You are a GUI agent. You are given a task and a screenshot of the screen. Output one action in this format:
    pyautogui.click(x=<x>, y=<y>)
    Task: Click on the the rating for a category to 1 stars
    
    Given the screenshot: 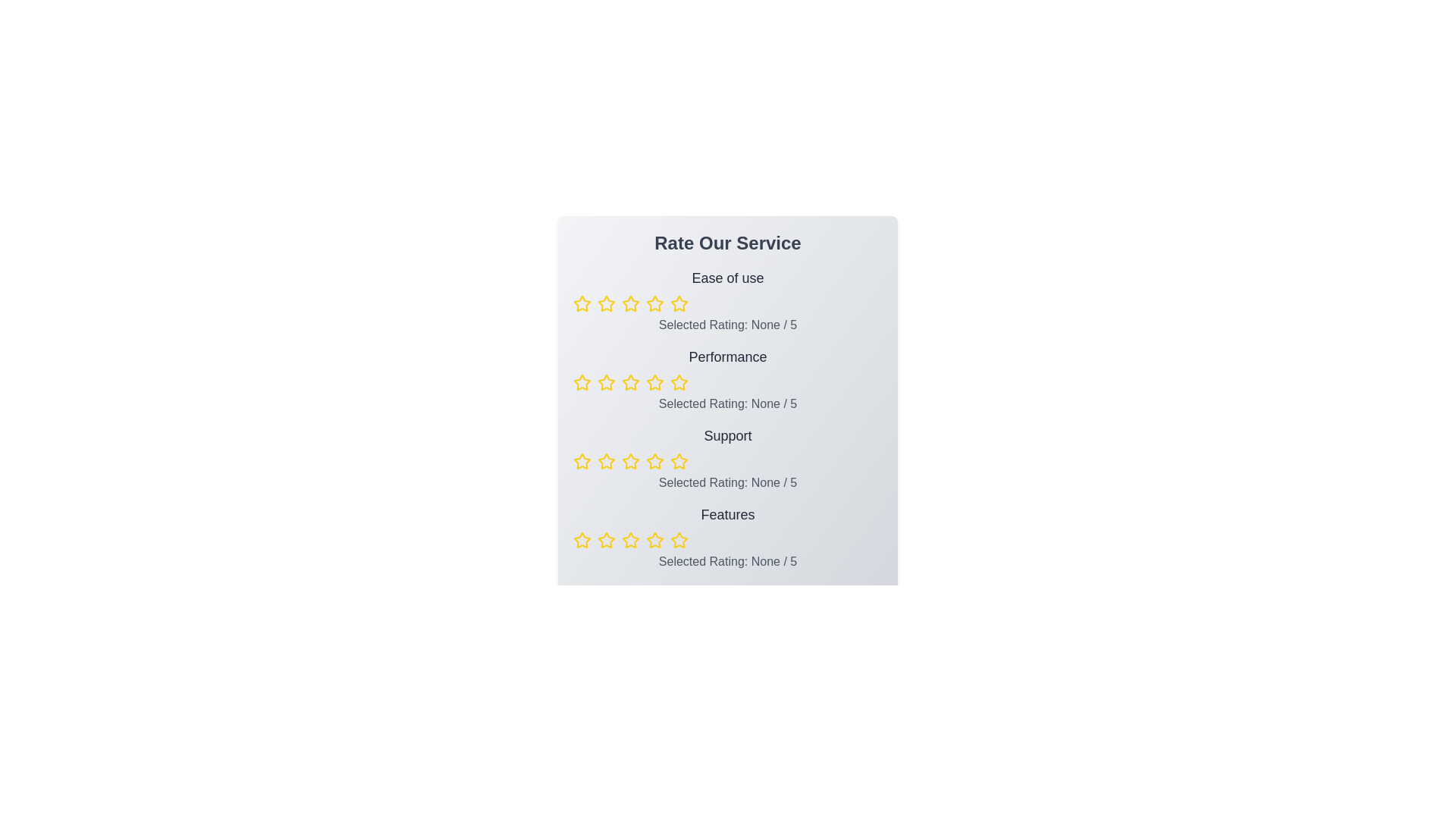 What is the action you would take?
    pyautogui.click(x=582, y=304)
    